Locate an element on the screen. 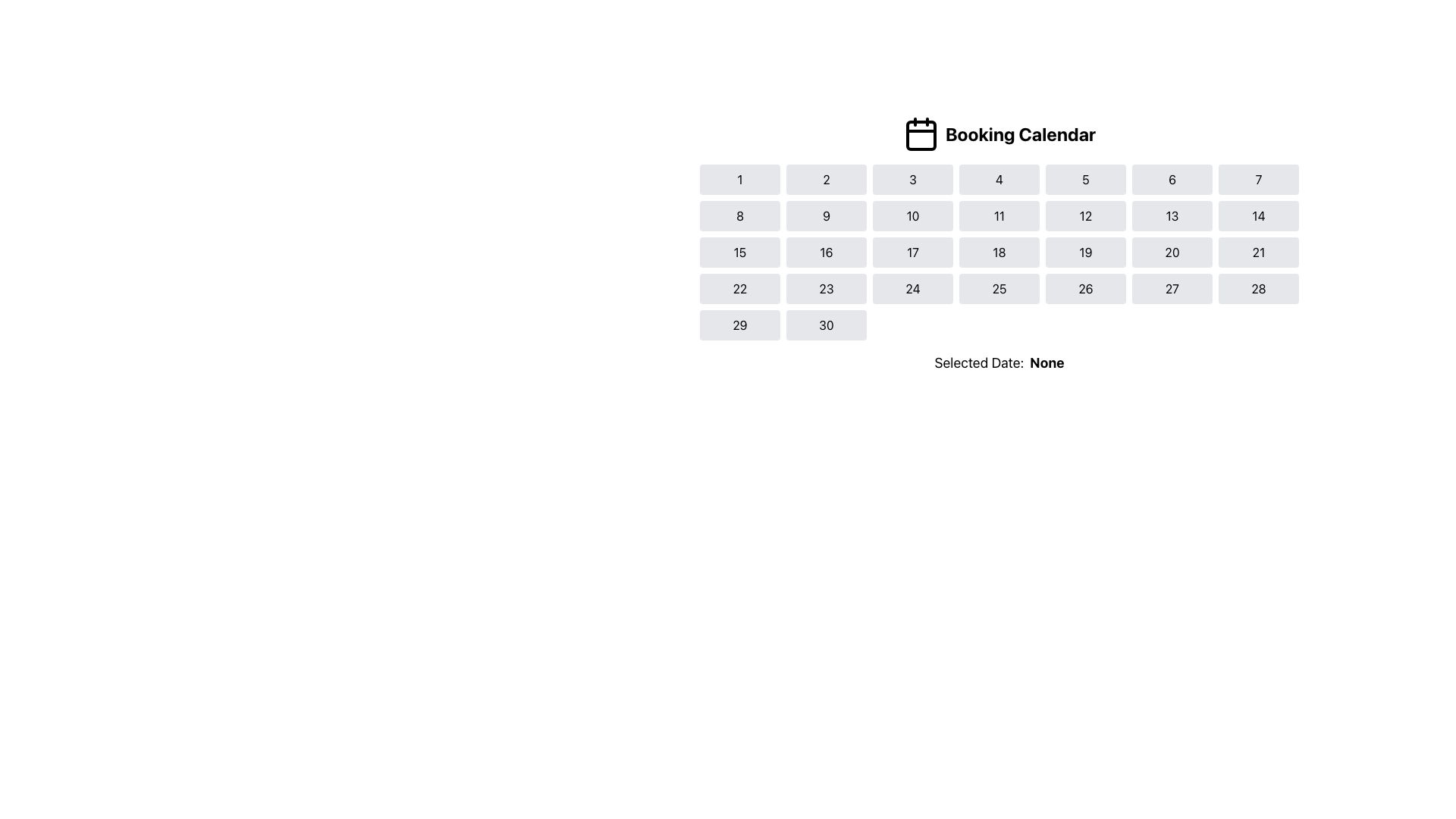 The width and height of the screenshot is (1456, 819). the button labeled '6', which is a square button with rounded corners and a gray background is located at coordinates (1171, 178).